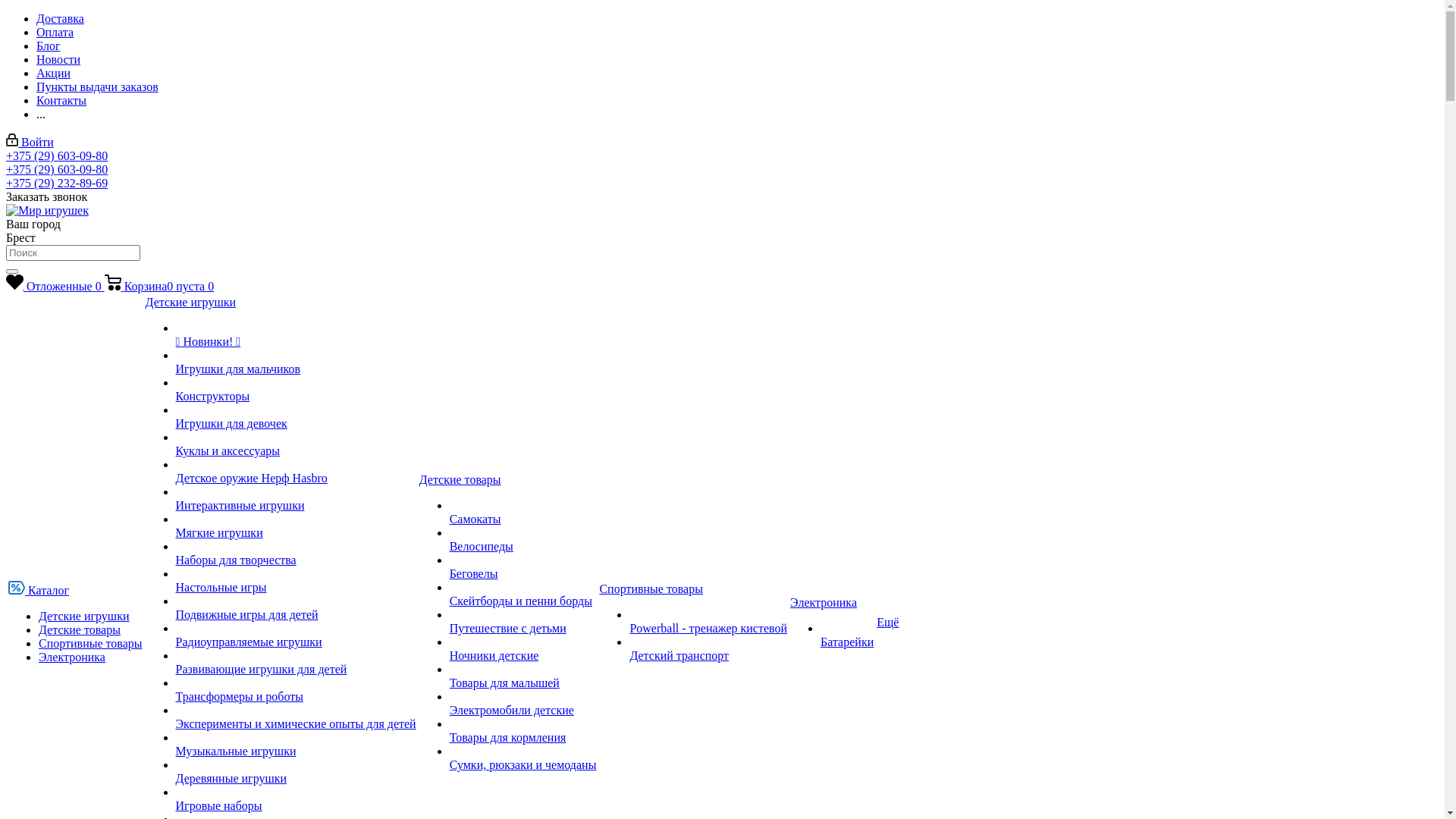 This screenshot has height=819, width=1456. I want to click on '+375 (29) 232-89-69', so click(6, 182).